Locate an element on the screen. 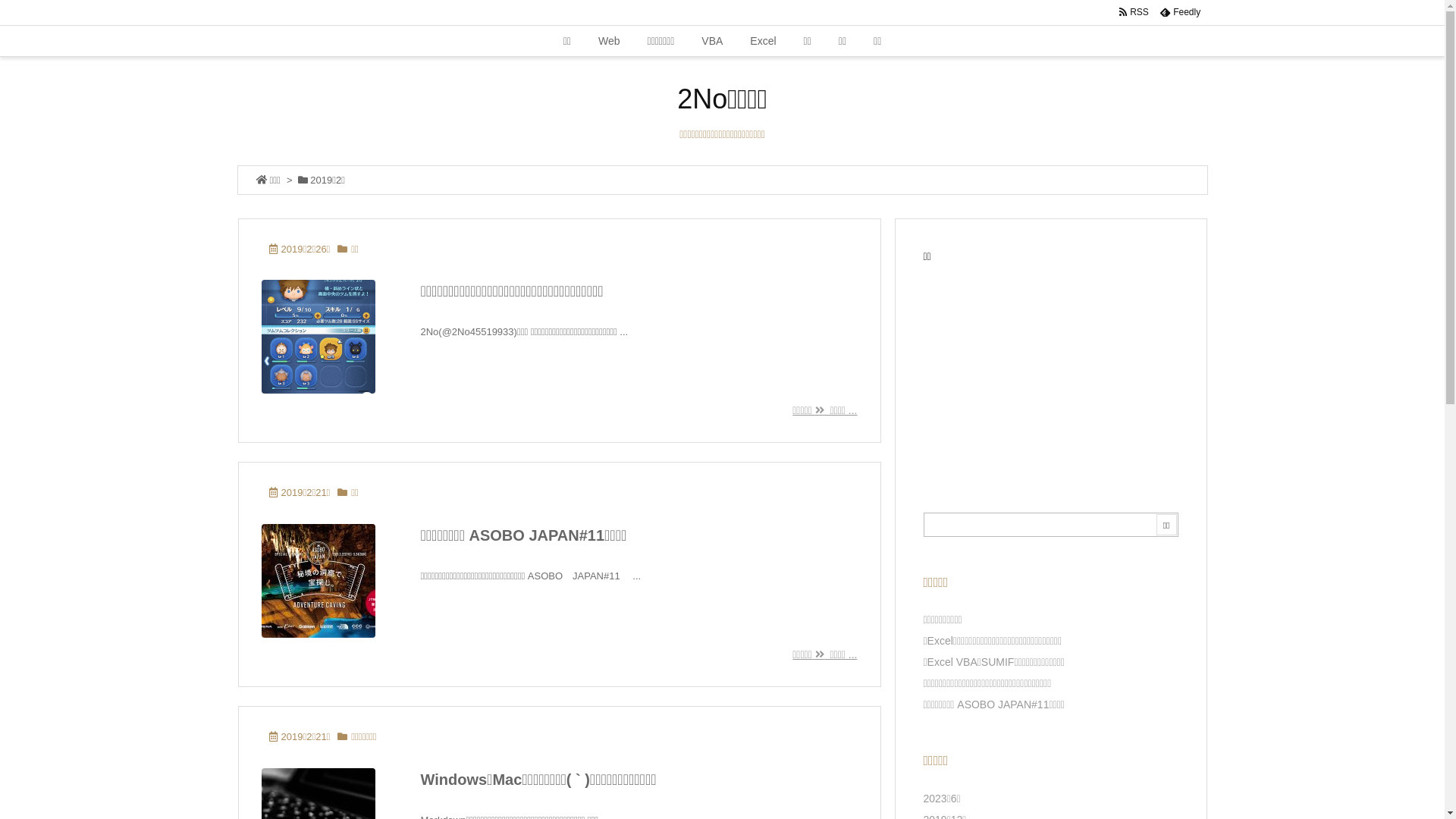 The width and height of the screenshot is (1456, 819). 'VBA' is located at coordinates (711, 40).